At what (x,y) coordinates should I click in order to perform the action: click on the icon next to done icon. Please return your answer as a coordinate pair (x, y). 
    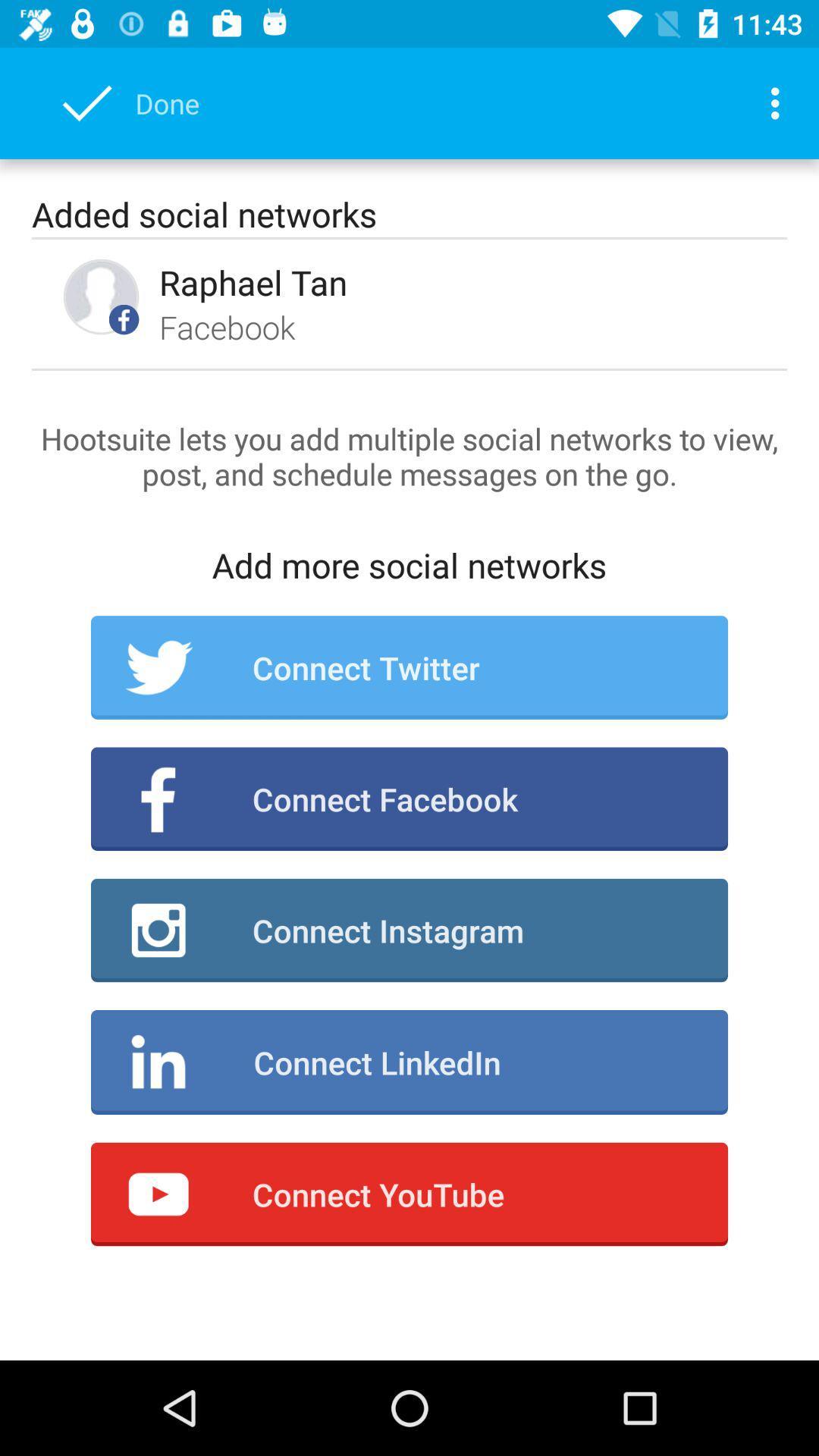
    Looking at the image, I should click on (779, 102).